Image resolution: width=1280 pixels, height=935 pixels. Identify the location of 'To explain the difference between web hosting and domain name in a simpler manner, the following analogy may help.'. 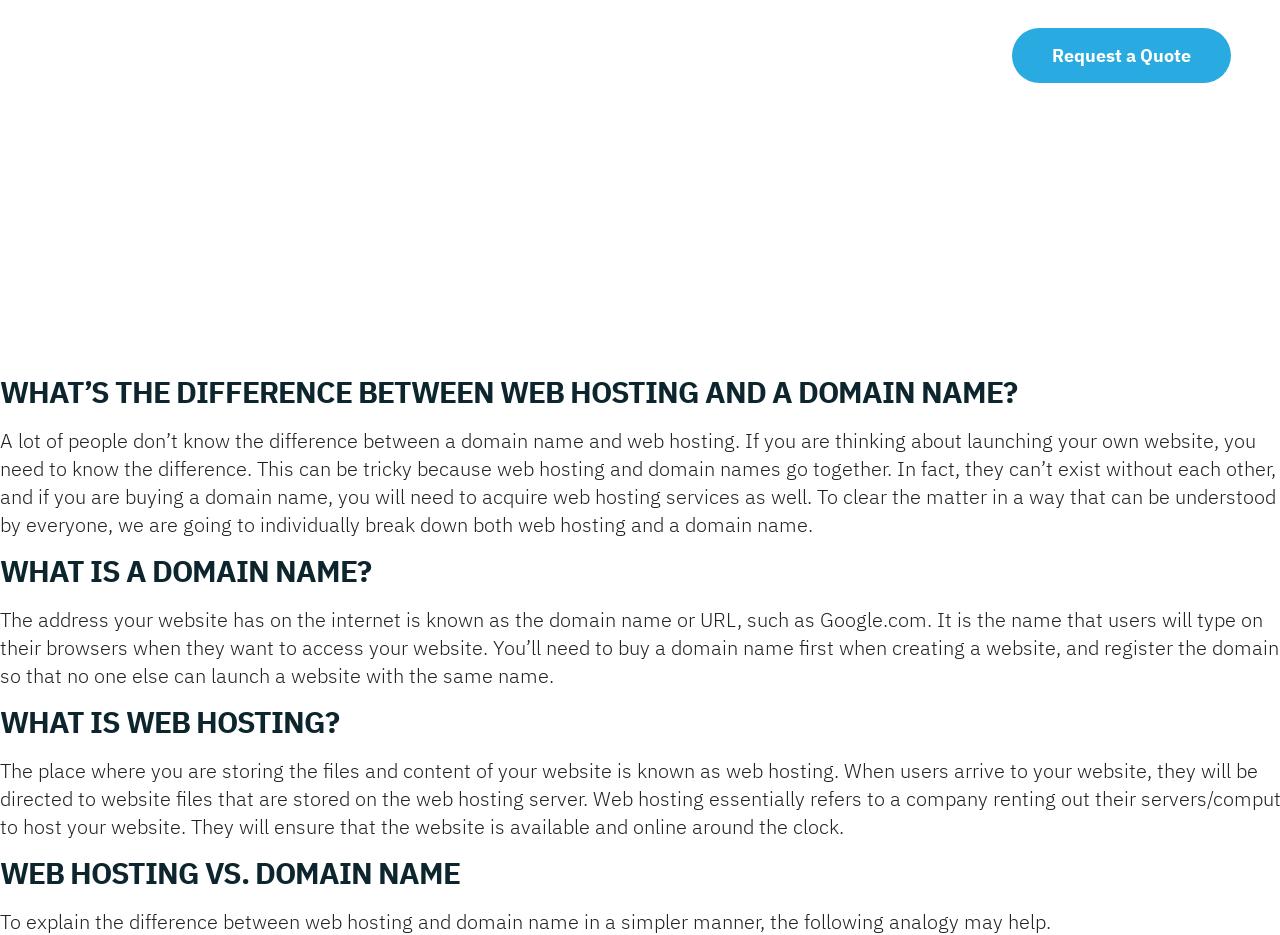
(525, 921).